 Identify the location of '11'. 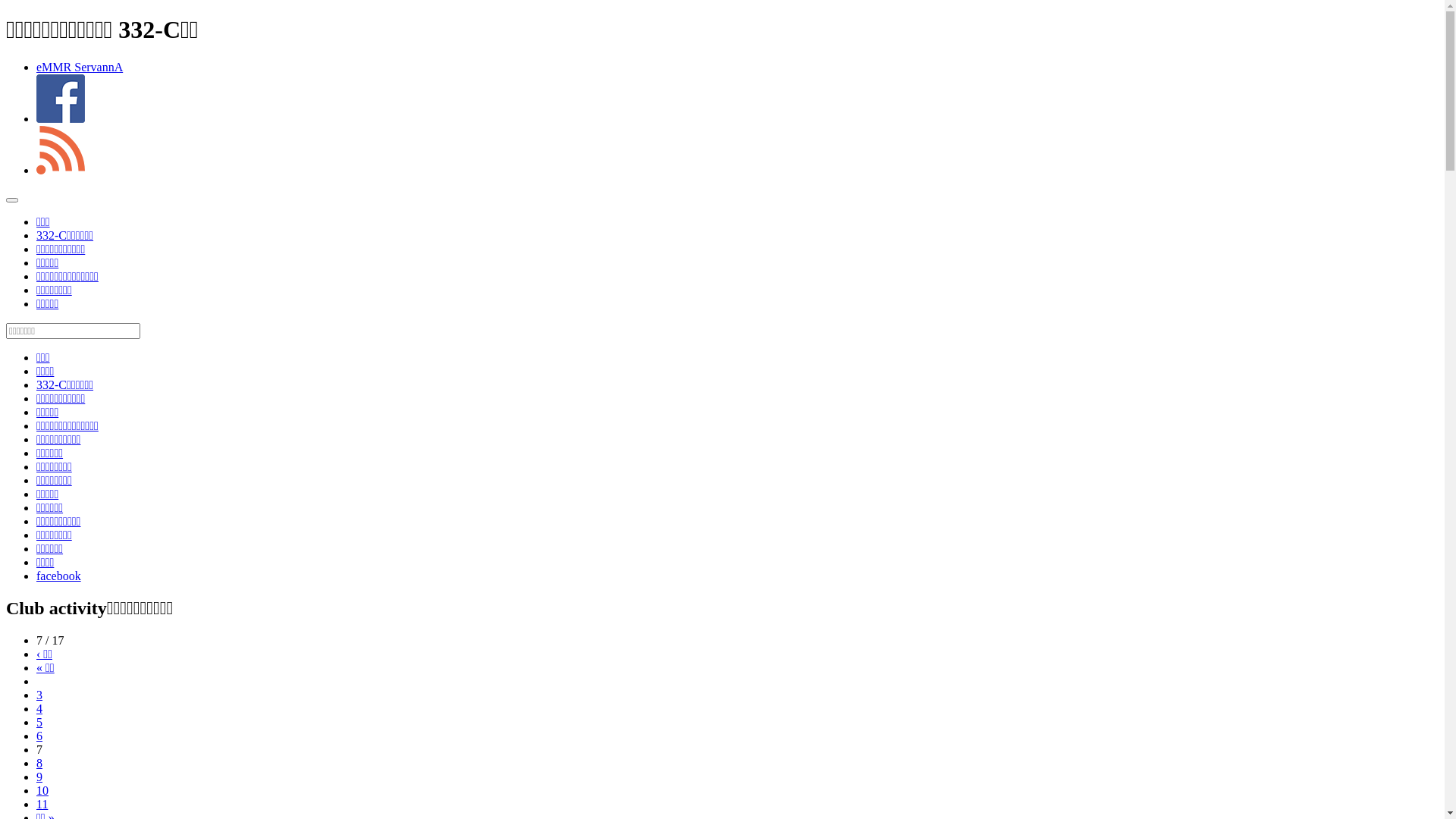
(42, 803).